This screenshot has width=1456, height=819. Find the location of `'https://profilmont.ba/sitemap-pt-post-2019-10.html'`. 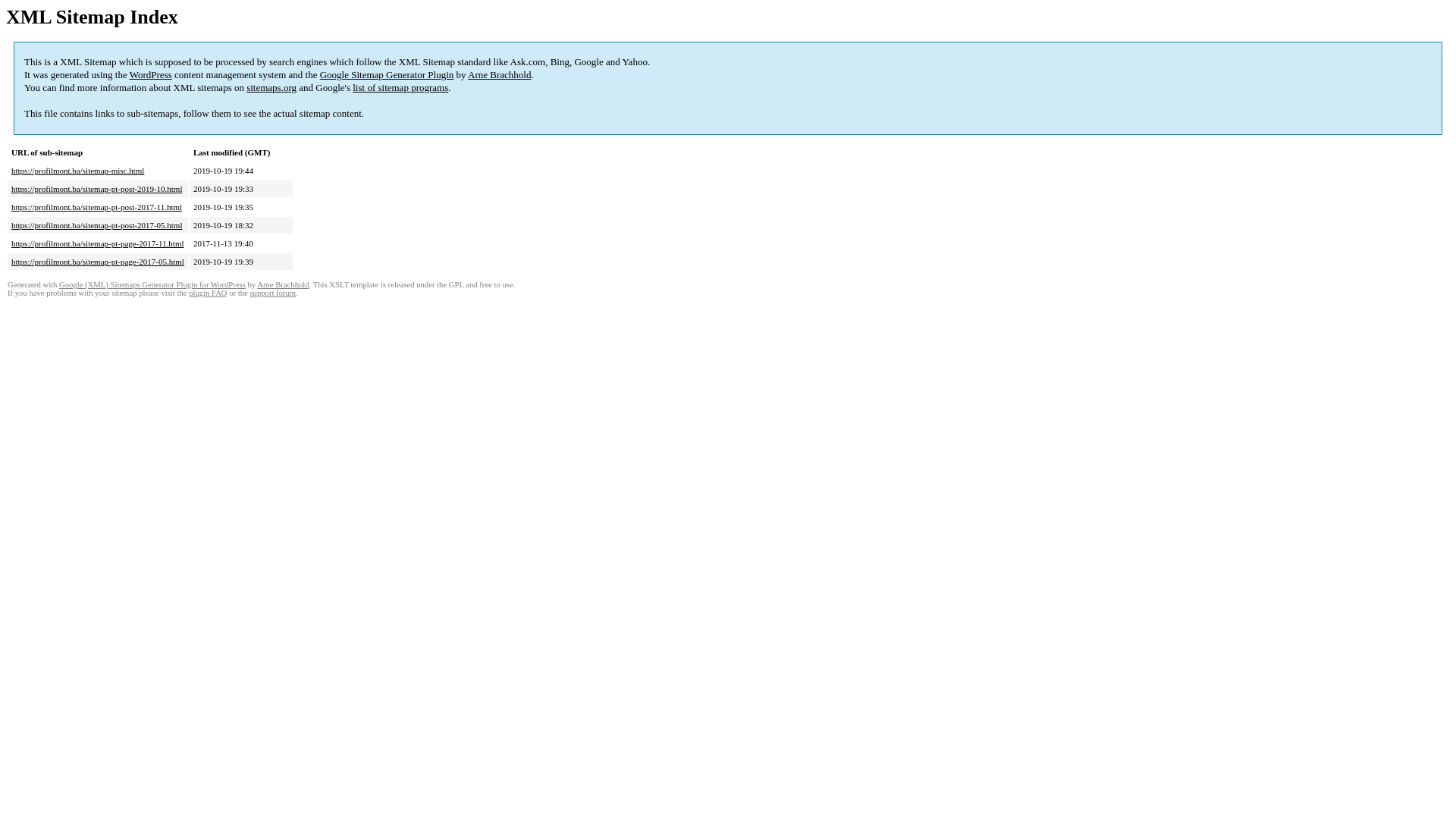

'https://profilmont.ba/sitemap-pt-post-2019-10.html' is located at coordinates (96, 188).